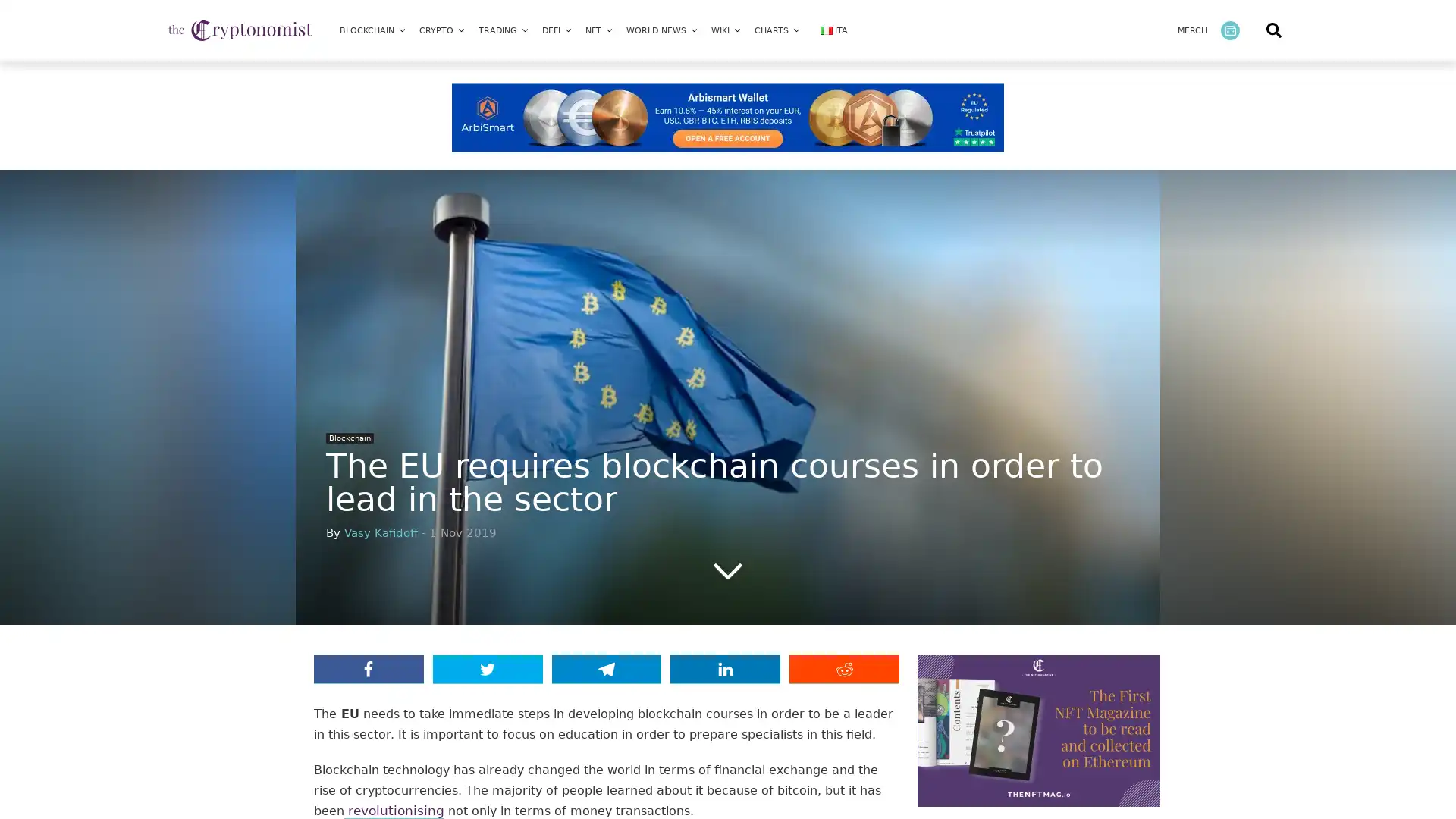 Image resolution: width=1456 pixels, height=819 pixels. Describe the element at coordinates (1159, 595) in the screenshot. I see `MORE OPTIONS` at that location.